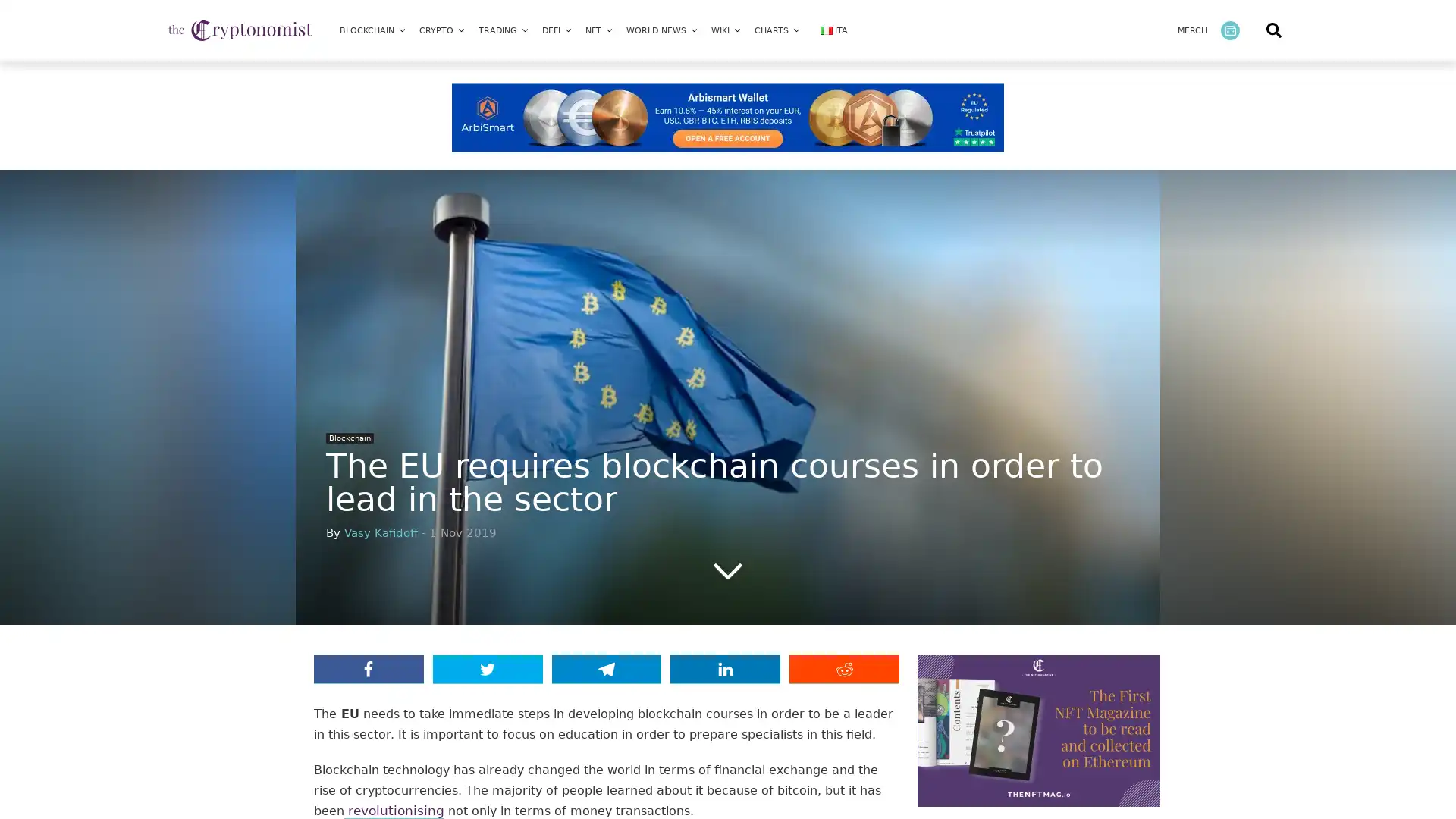 Image resolution: width=1456 pixels, height=819 pixels. Describe the element at coordinates (1159, 595) in the screenshot. I see `MORE OPTIONS` at that location.